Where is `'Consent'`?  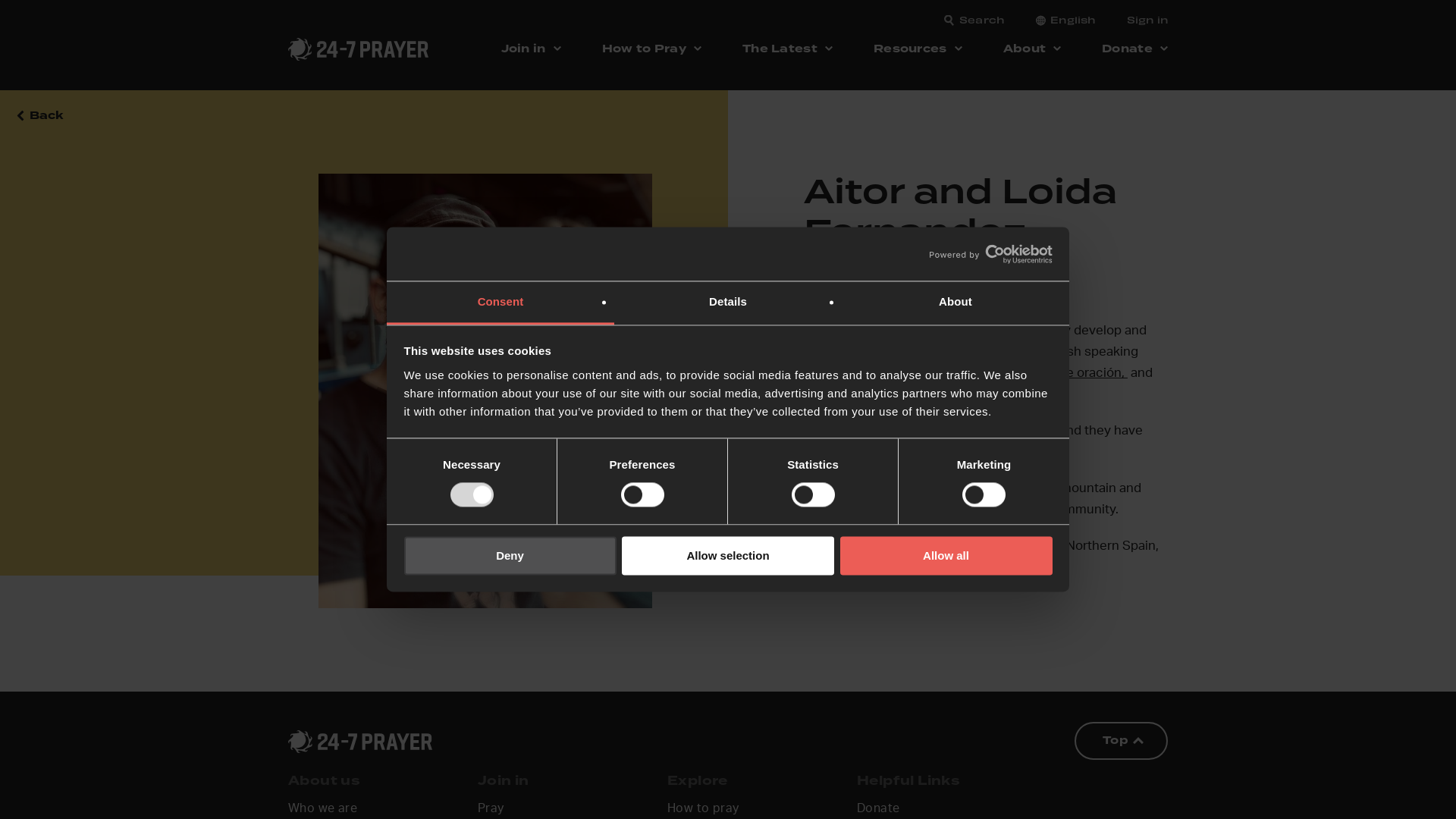 'Consent' is located at coordinates (500, 303).